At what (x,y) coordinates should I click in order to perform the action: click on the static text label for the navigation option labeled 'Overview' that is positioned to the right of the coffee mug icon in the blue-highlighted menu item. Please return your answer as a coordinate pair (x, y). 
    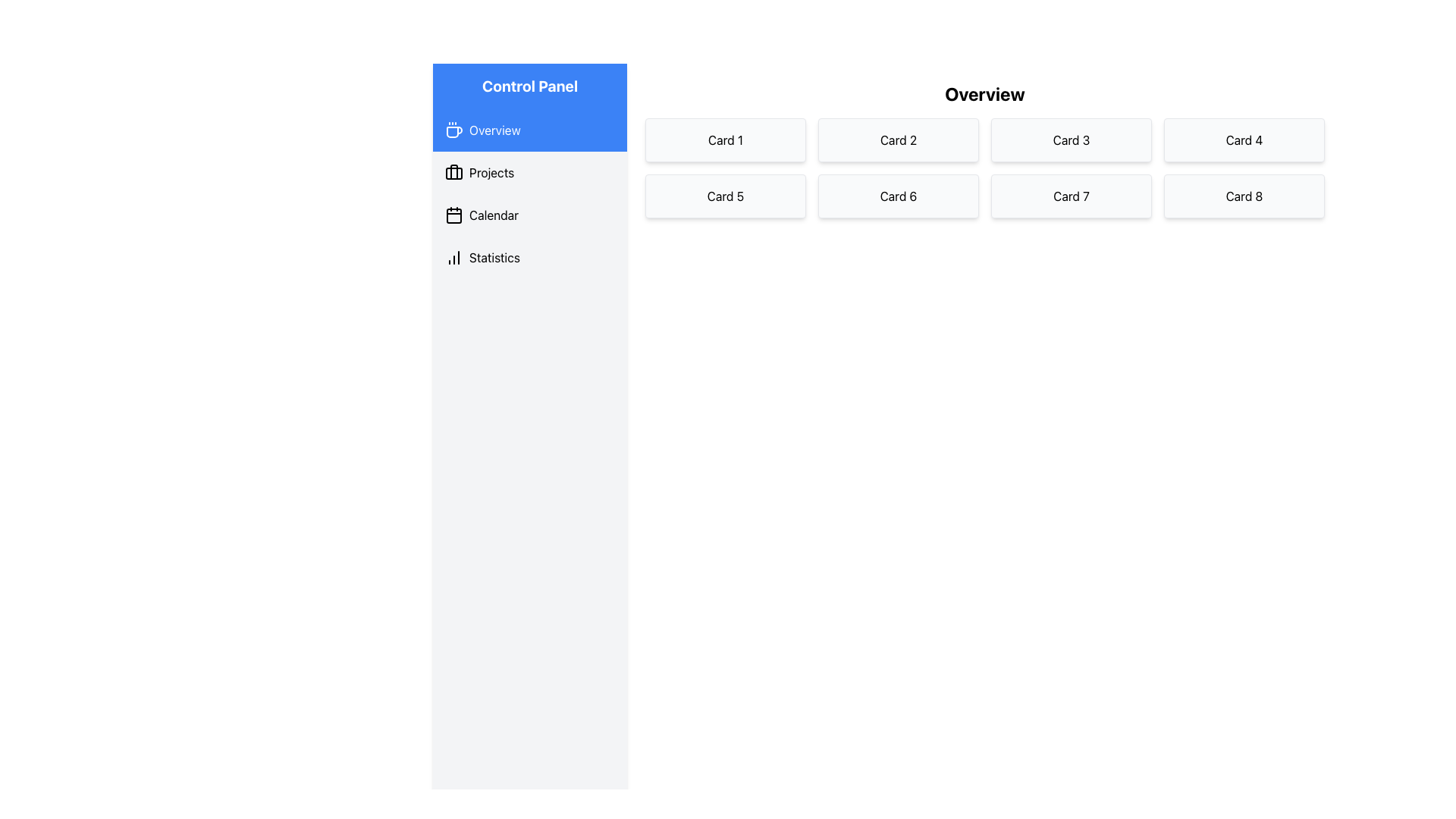
    Looking at the image, I should click on (494, 130).